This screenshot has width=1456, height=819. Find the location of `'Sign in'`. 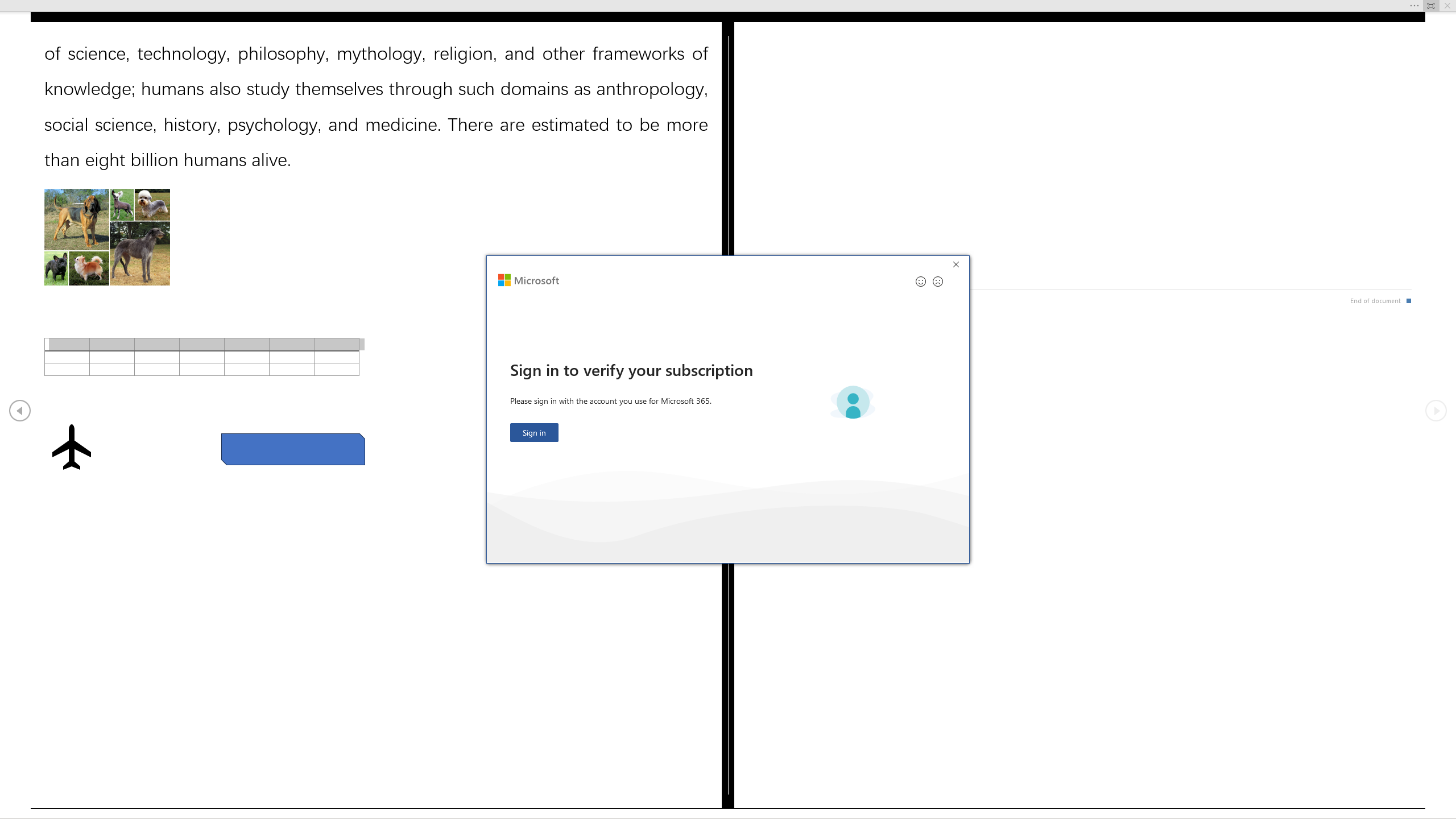

'Sign in' is located at coordinates (533, 433).